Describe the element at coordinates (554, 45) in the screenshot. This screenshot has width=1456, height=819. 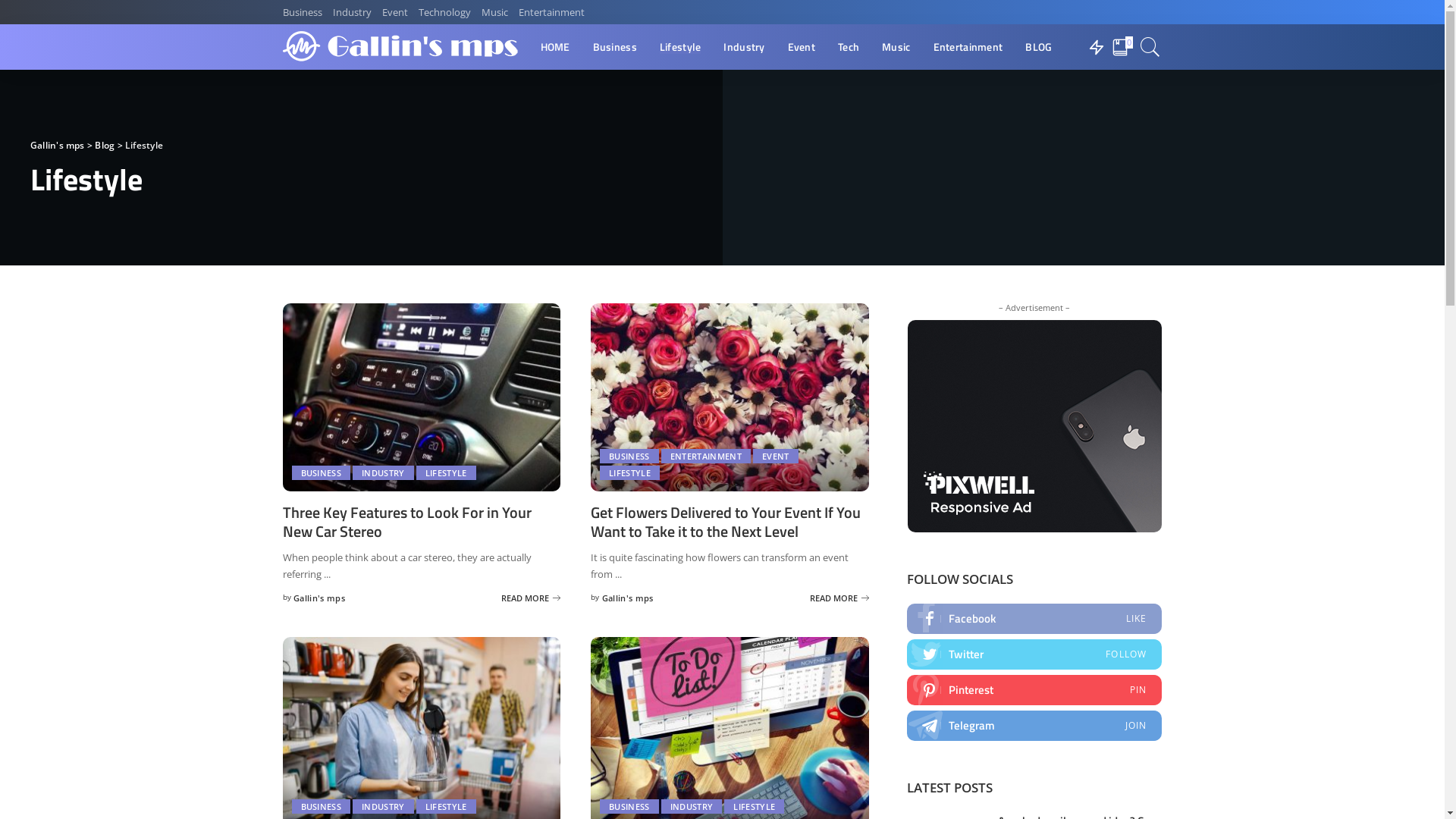
I see `'HOME'` at that location.